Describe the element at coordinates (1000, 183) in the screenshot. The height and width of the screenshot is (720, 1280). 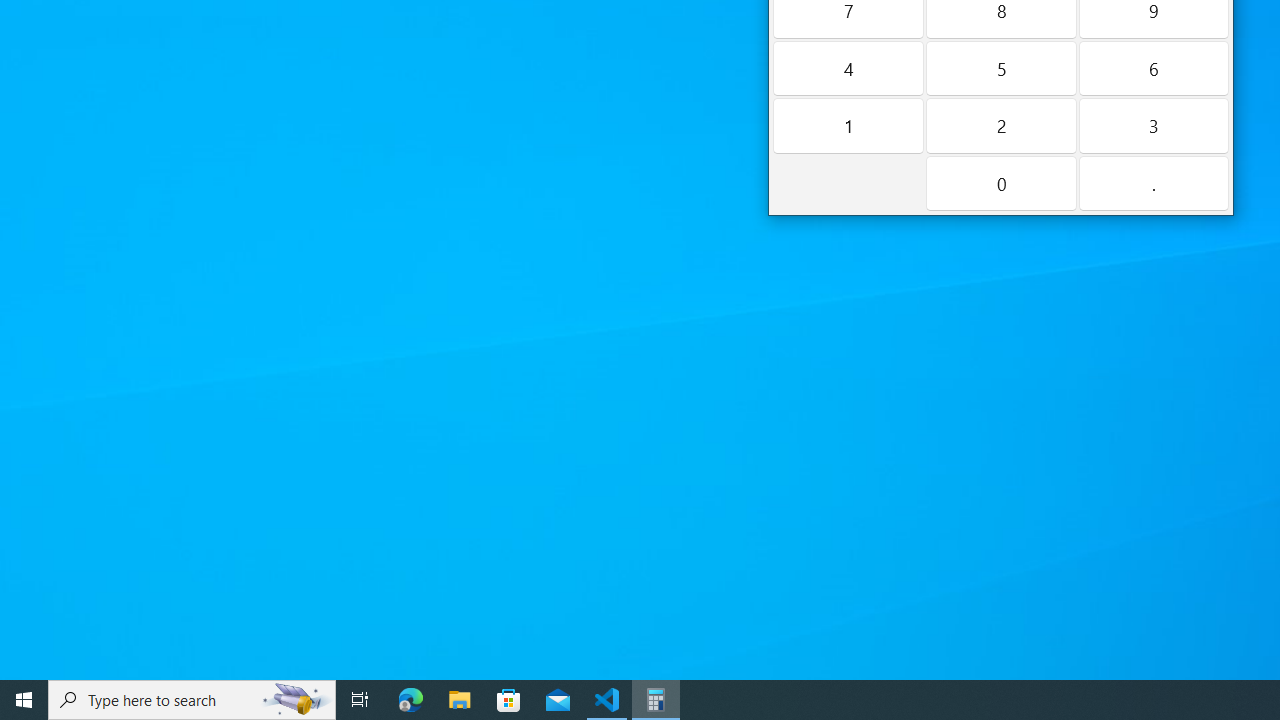
I see `'Zero'` at that location.